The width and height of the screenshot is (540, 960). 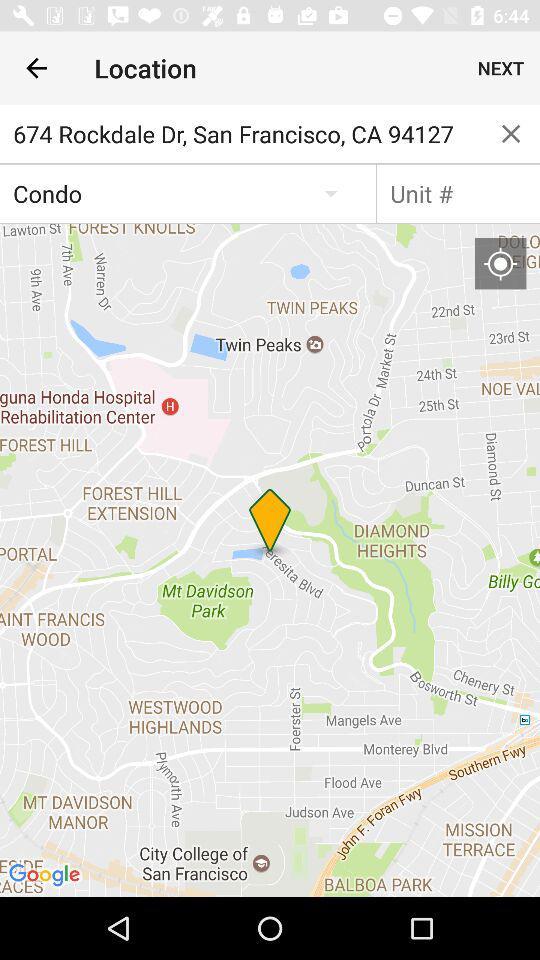 What do you see at coordinates (241, 133) in the screenshot?
I see `the 674 rockdale dr` at bounding box center [241, 133].